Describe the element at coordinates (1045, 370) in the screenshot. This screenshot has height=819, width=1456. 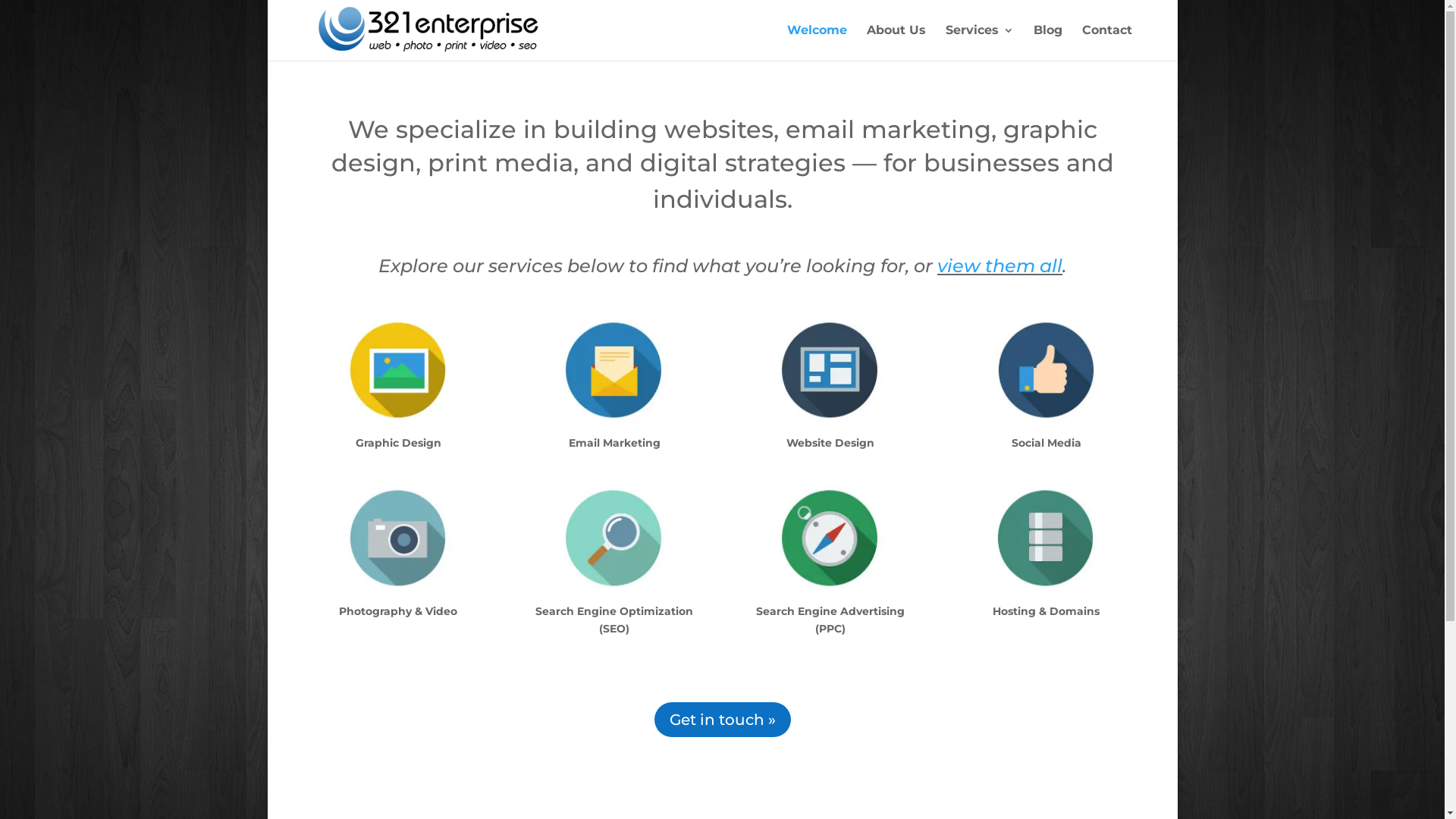
I see `'social-tout'` at that location.